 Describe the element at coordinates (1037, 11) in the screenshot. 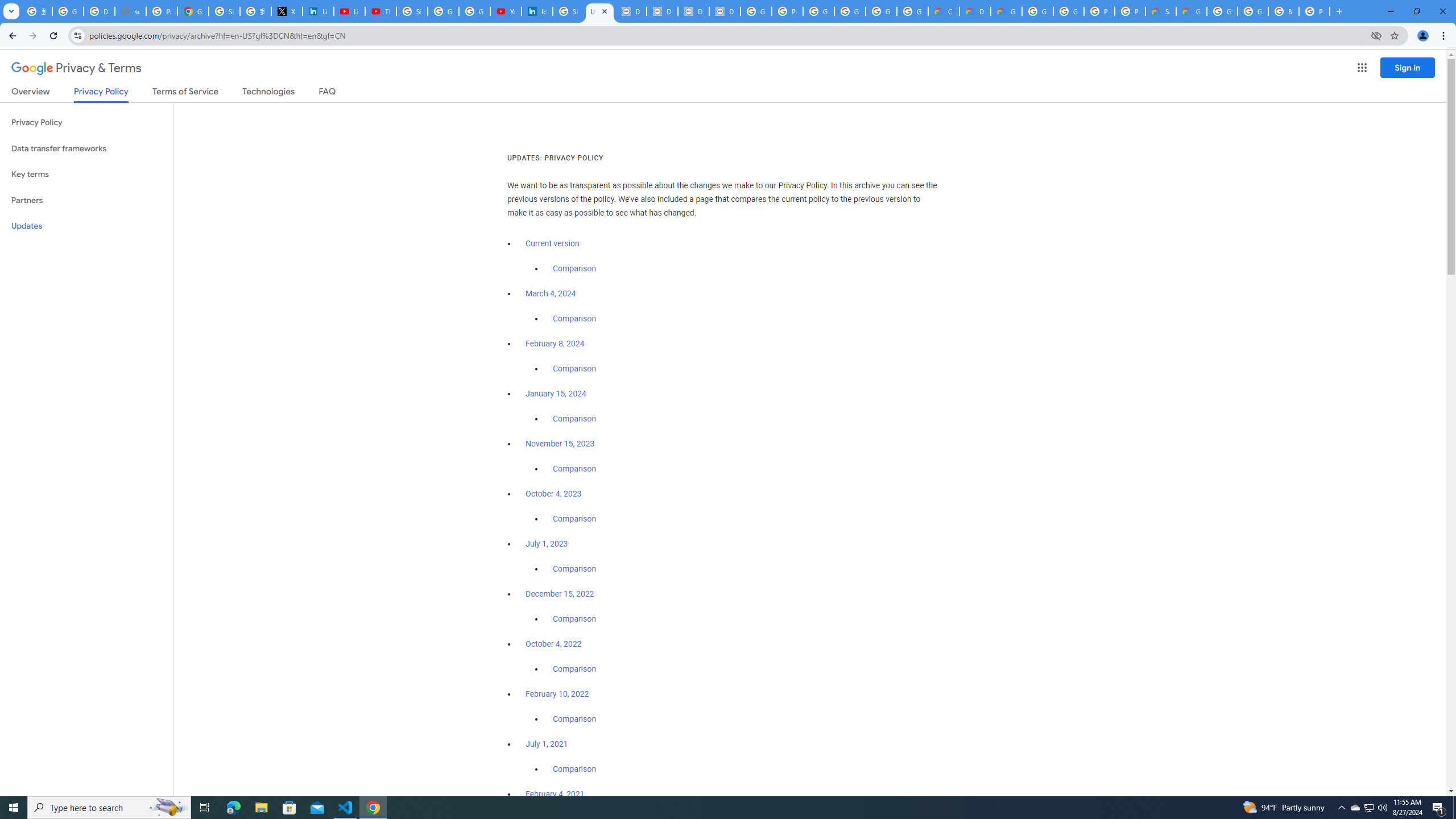

I see `'Google Cloud Platform'` at that location.